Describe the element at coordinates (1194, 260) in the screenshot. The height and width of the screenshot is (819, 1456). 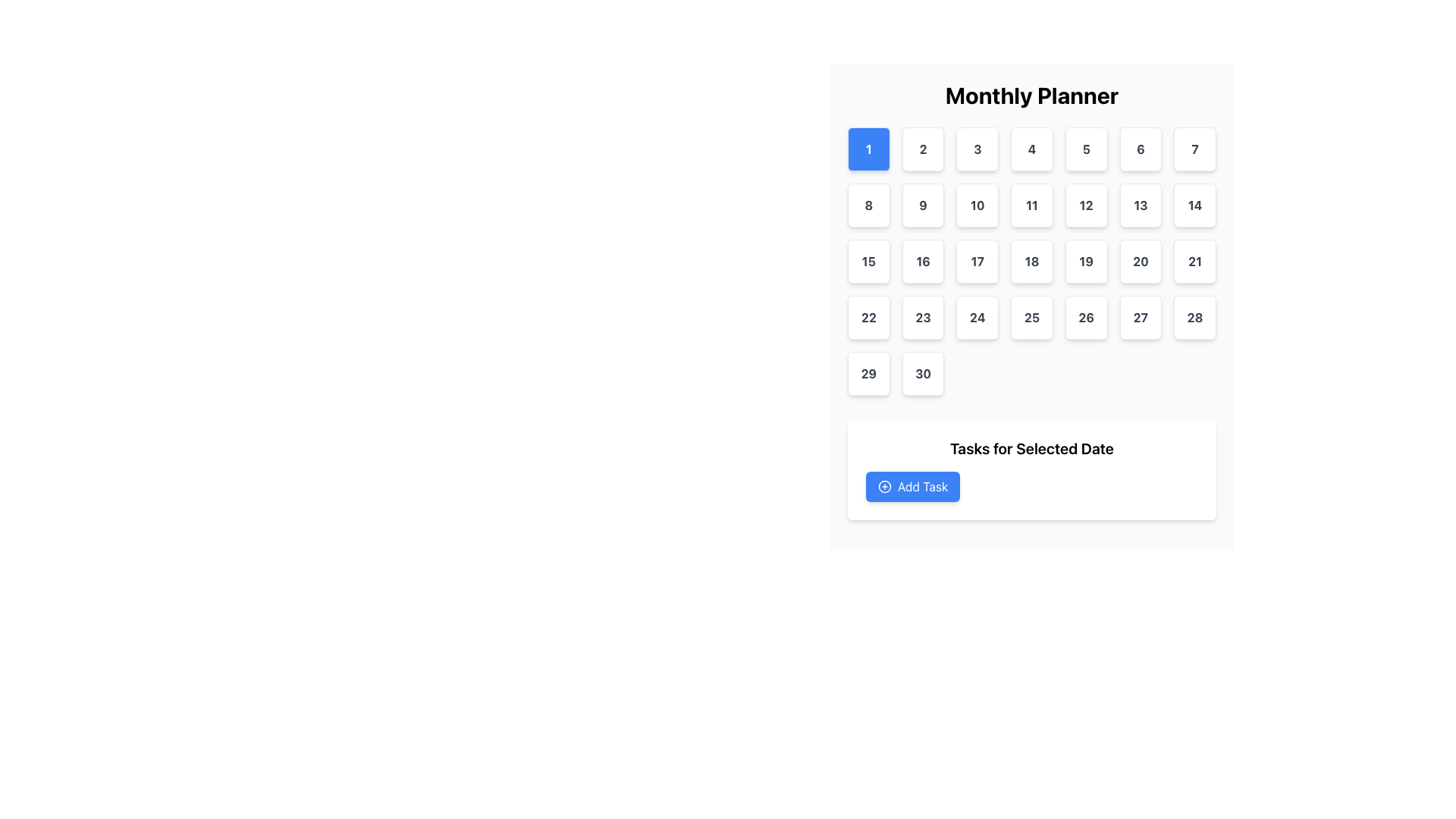
I see `the clickable calendar date button displaying the number '21', located in the 6th row and 7th column of the grid` at that location.